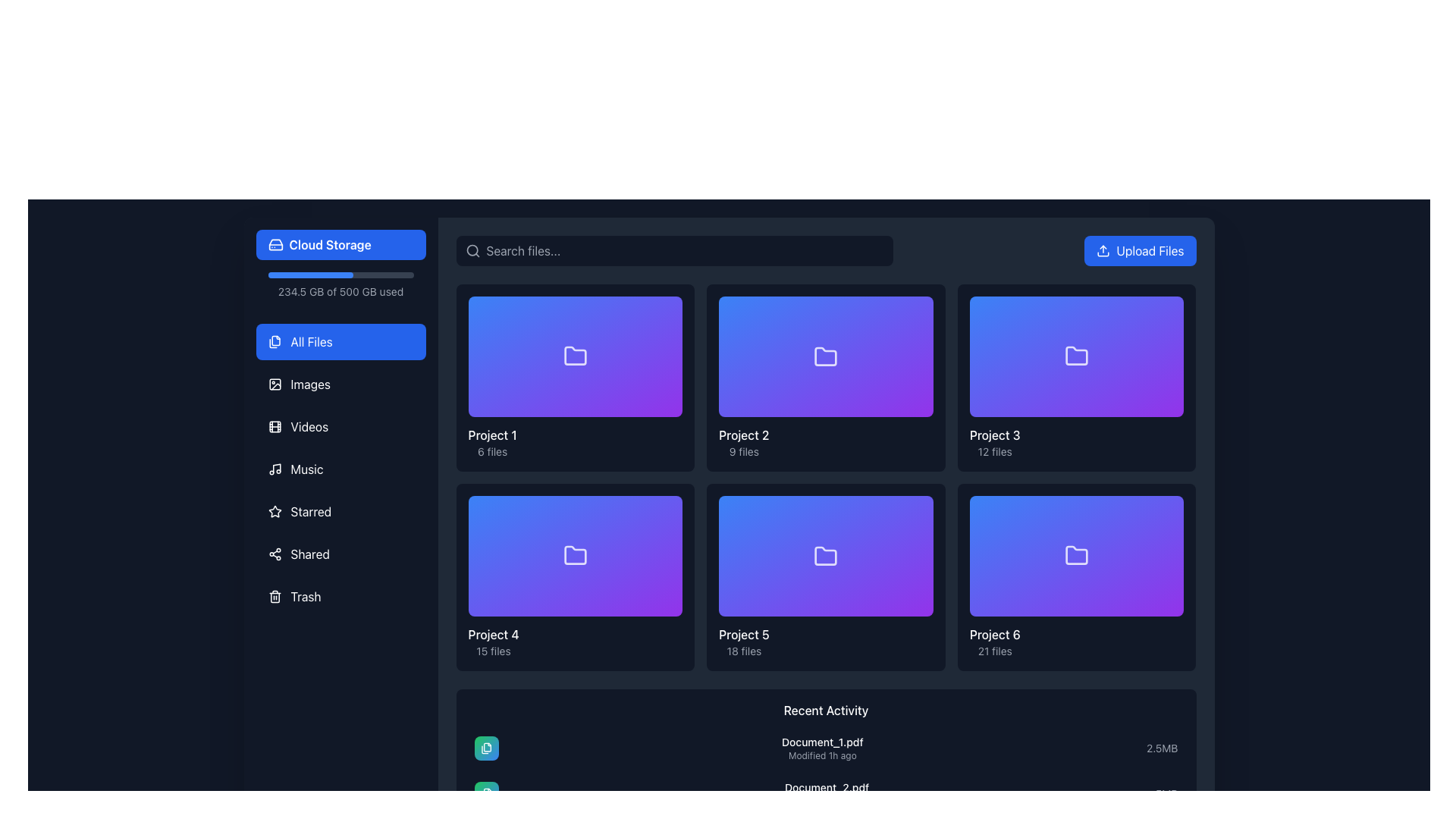 The image size is (1456, 819). I want to click on the interactive button associated with 'Project 5', so click(920, 642).